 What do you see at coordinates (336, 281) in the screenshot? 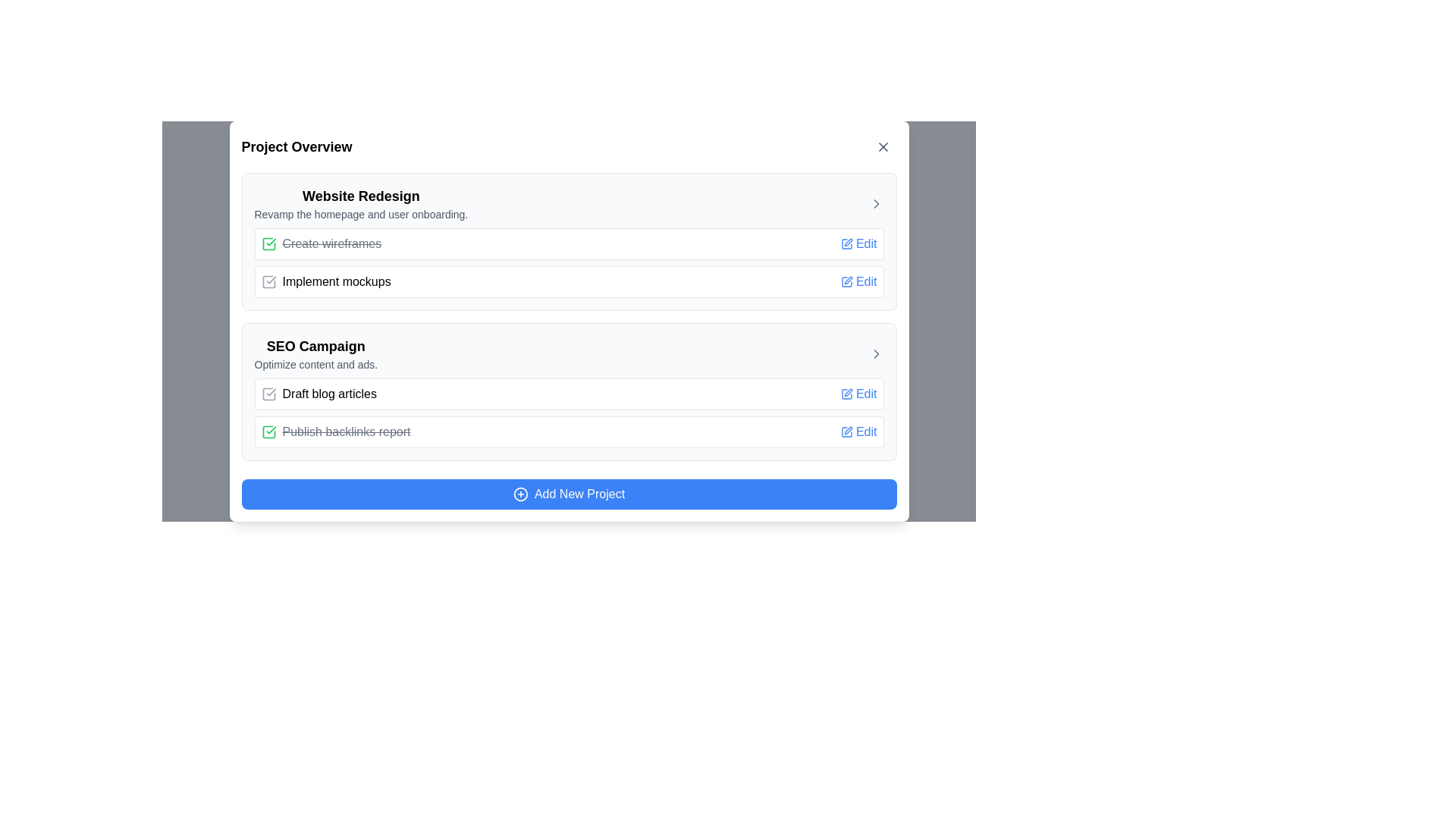
I see `the text label that describes a task item under the 'Website Redesign' section, positioned below 'Create wireframes'` at bounding box center [336, 281].